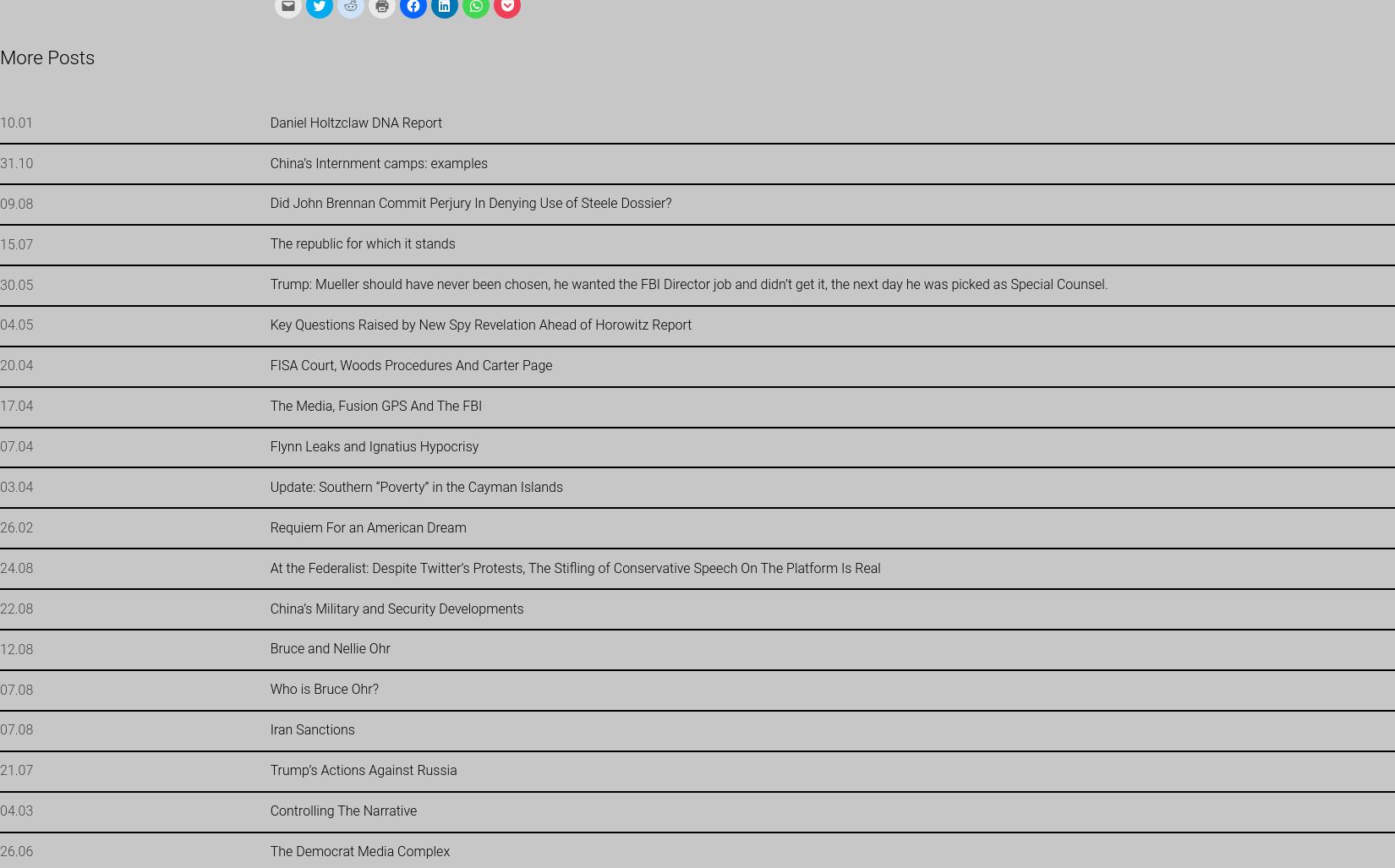 The width and height of the screenshot is (1395, 868). Describe the element at coordinates (16, 243) in the screenshot. I see `'15.07'` at that location.